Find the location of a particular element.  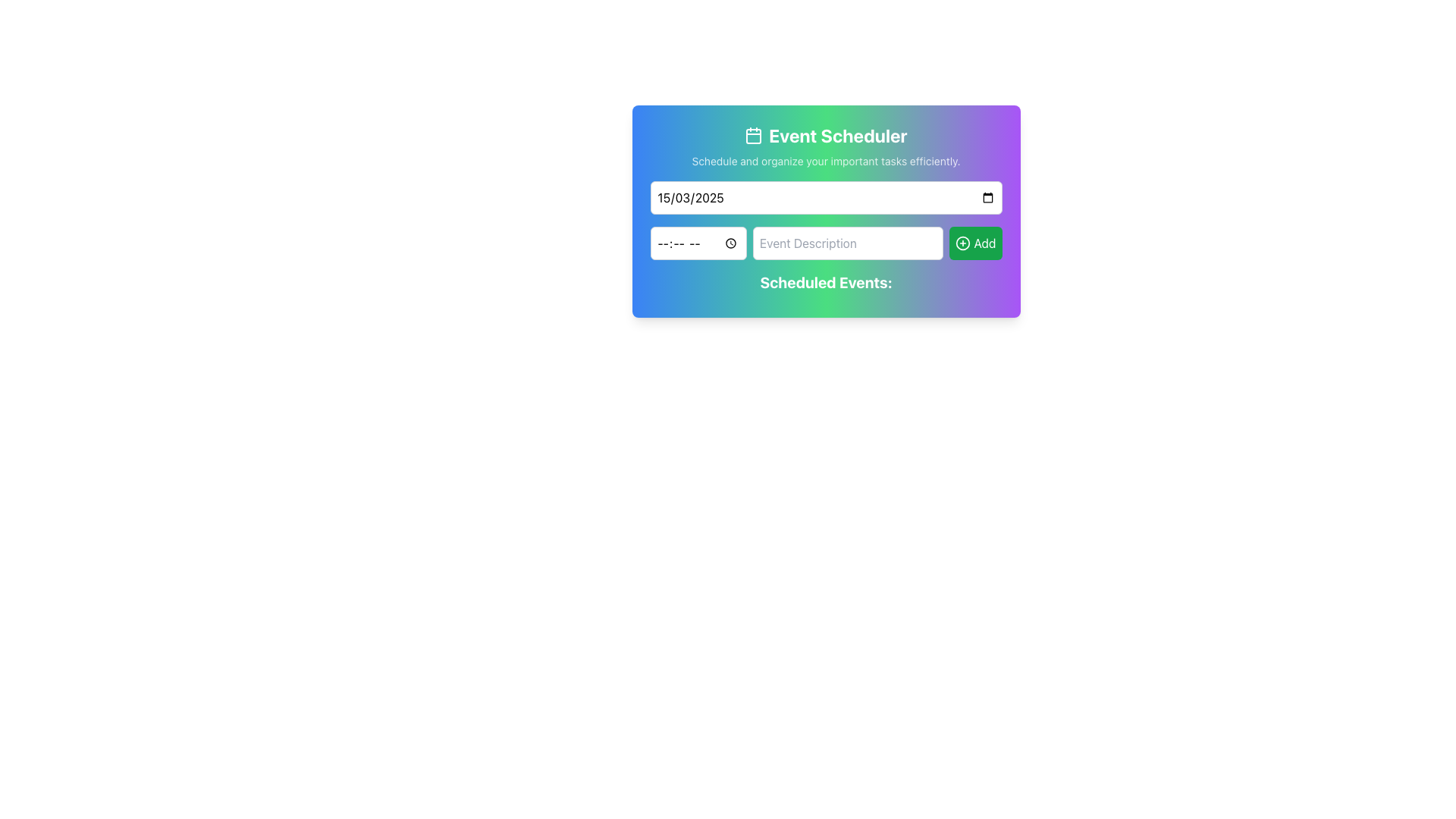

the Time input field to focus on it, which is the leftmost component in the group of three interactive elements for scheduling events is located at coordinates (698, 242).